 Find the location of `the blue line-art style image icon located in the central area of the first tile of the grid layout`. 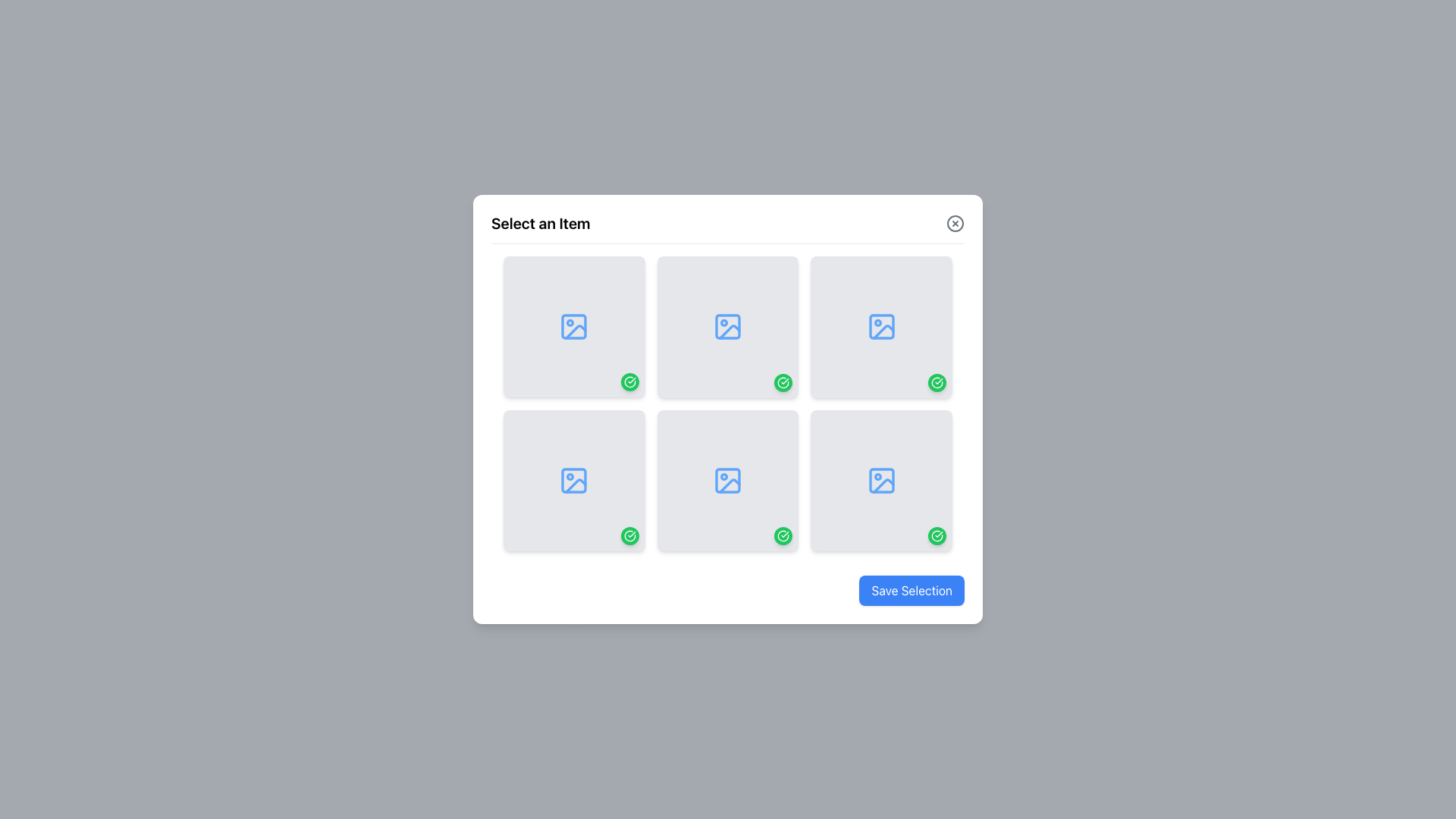

the blue line-art style image icon located in the central area of the first tile of the grid layout is located at coordinates (573, 326).